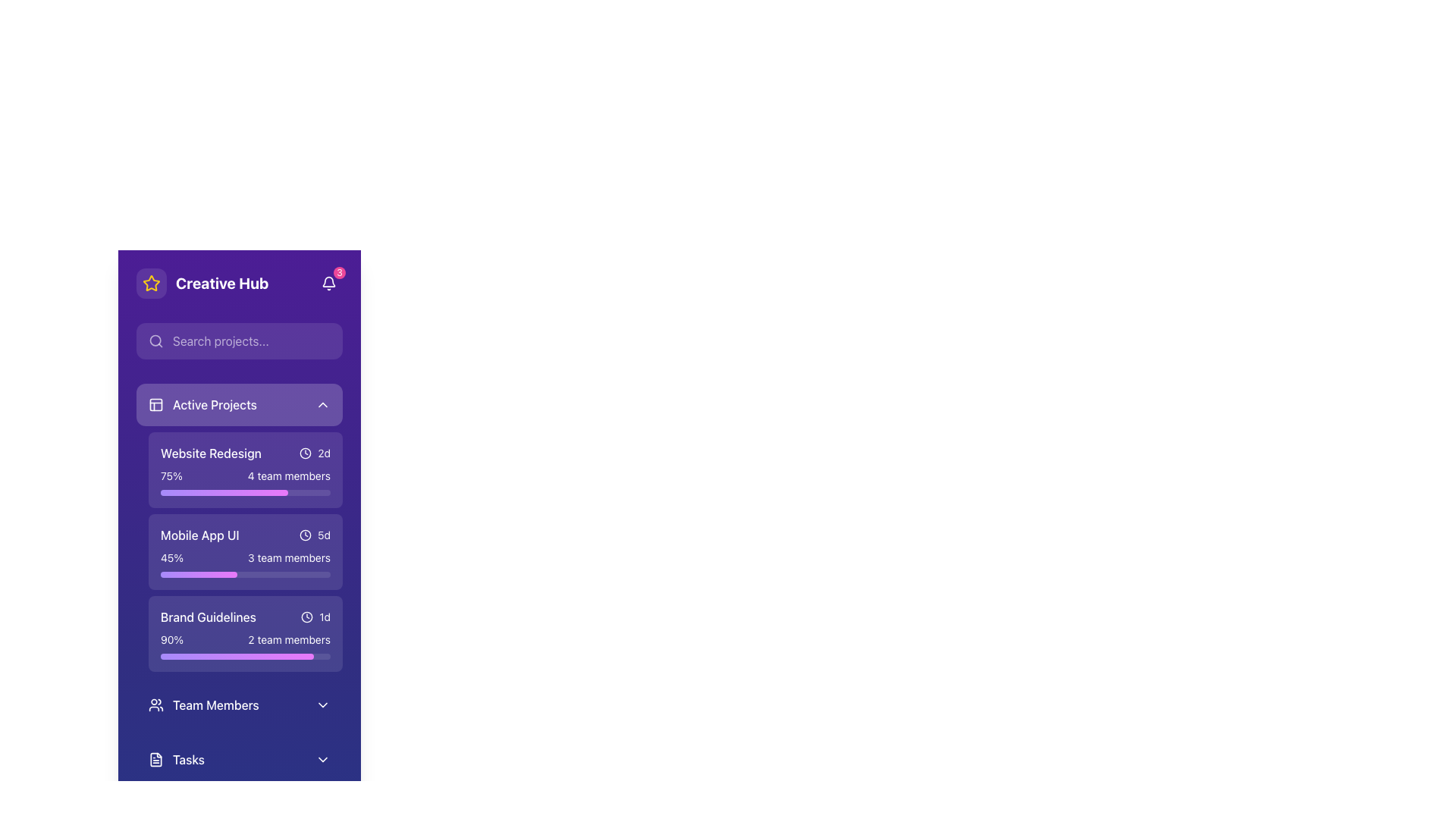 This screenshot has width=1456, height=819. Describe the element at coordinates (198, 575) in the screenshot. I see `the progress bar indicating the completion of the 'Mobile App UI' project, which shows that the task is 45% complete` at that location.